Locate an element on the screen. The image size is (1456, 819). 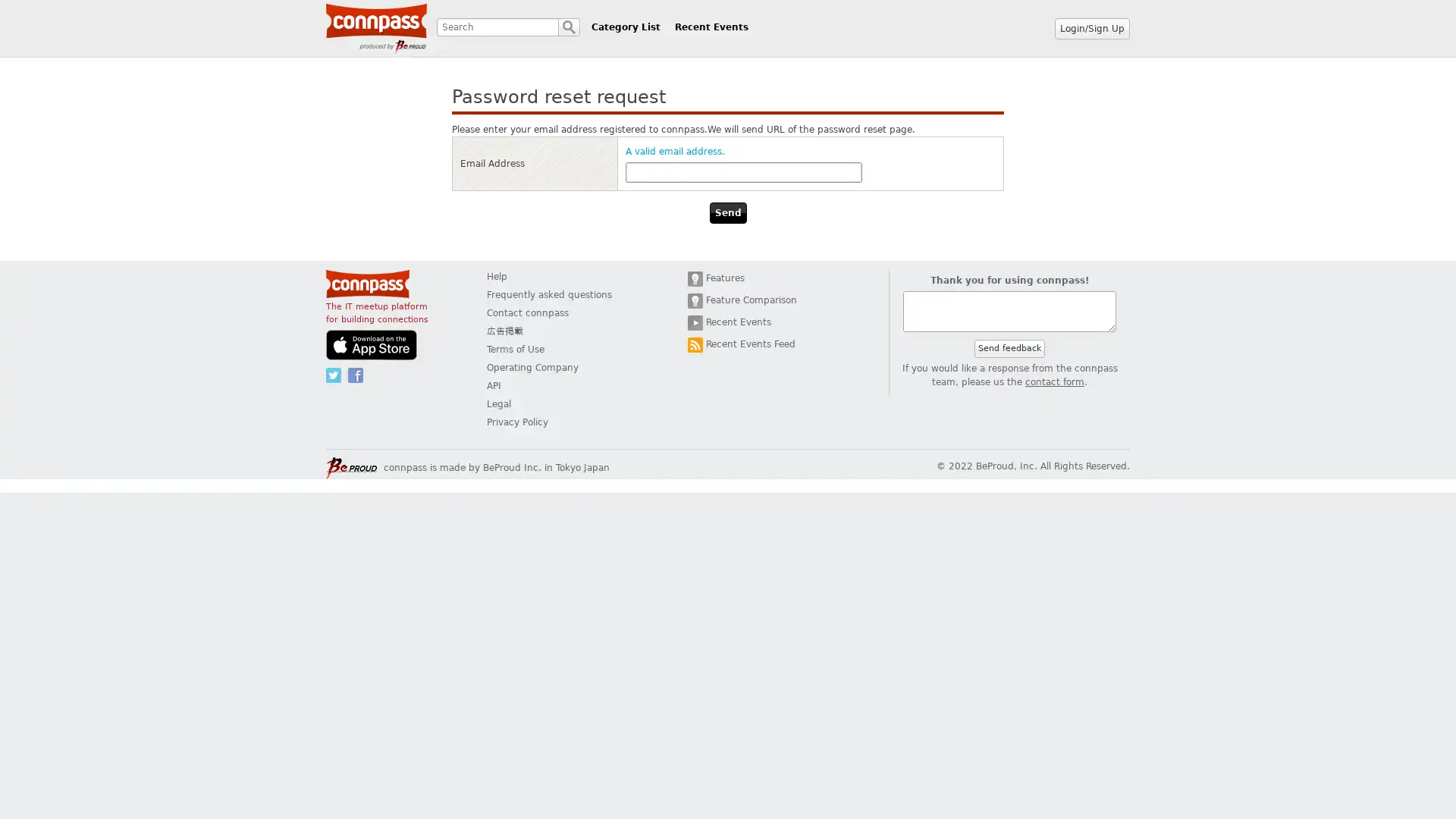
Search is located at coordinates (568, 27).